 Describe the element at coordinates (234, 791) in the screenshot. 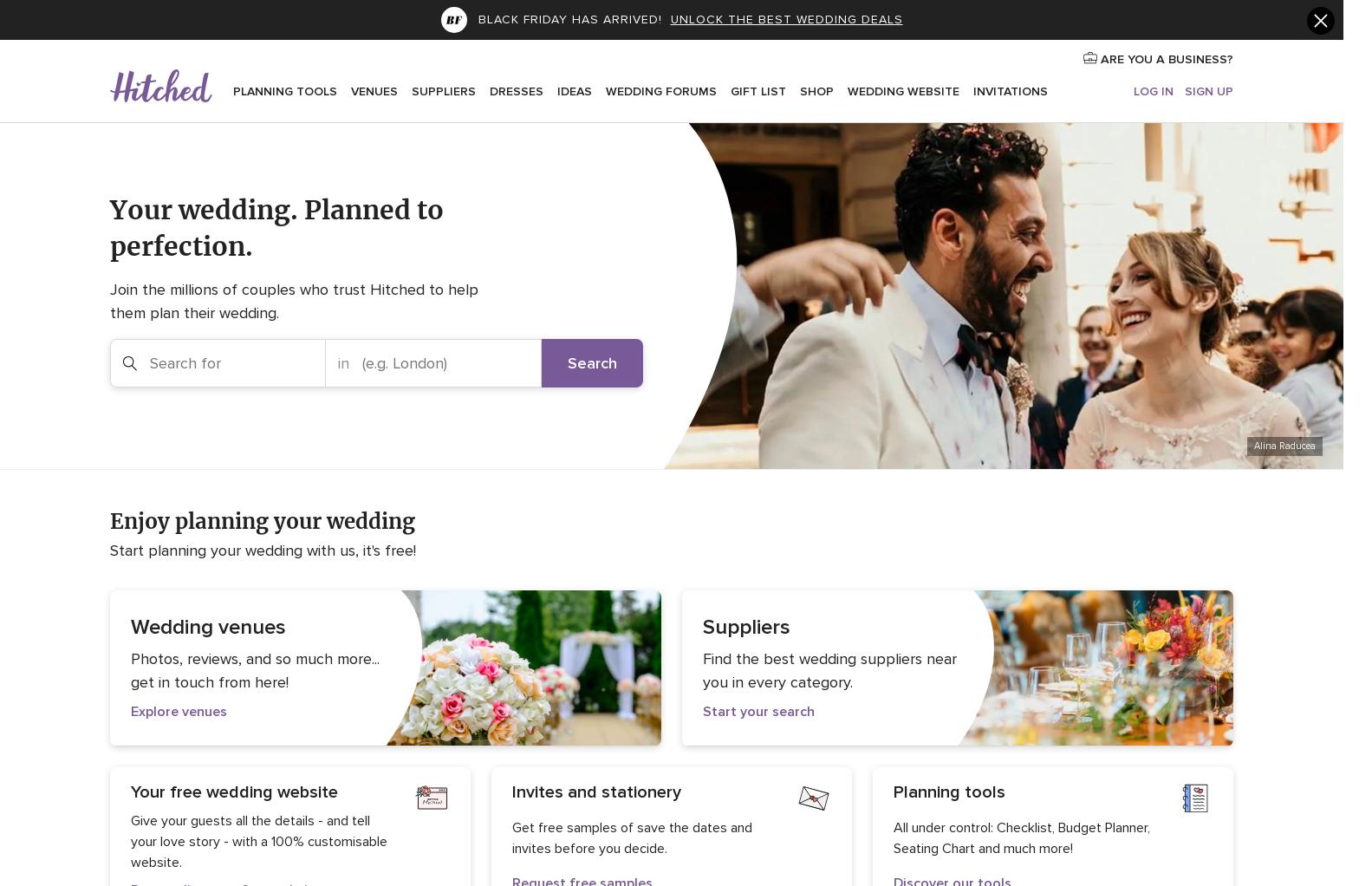

I see `'Your free wedding website'` at that location.